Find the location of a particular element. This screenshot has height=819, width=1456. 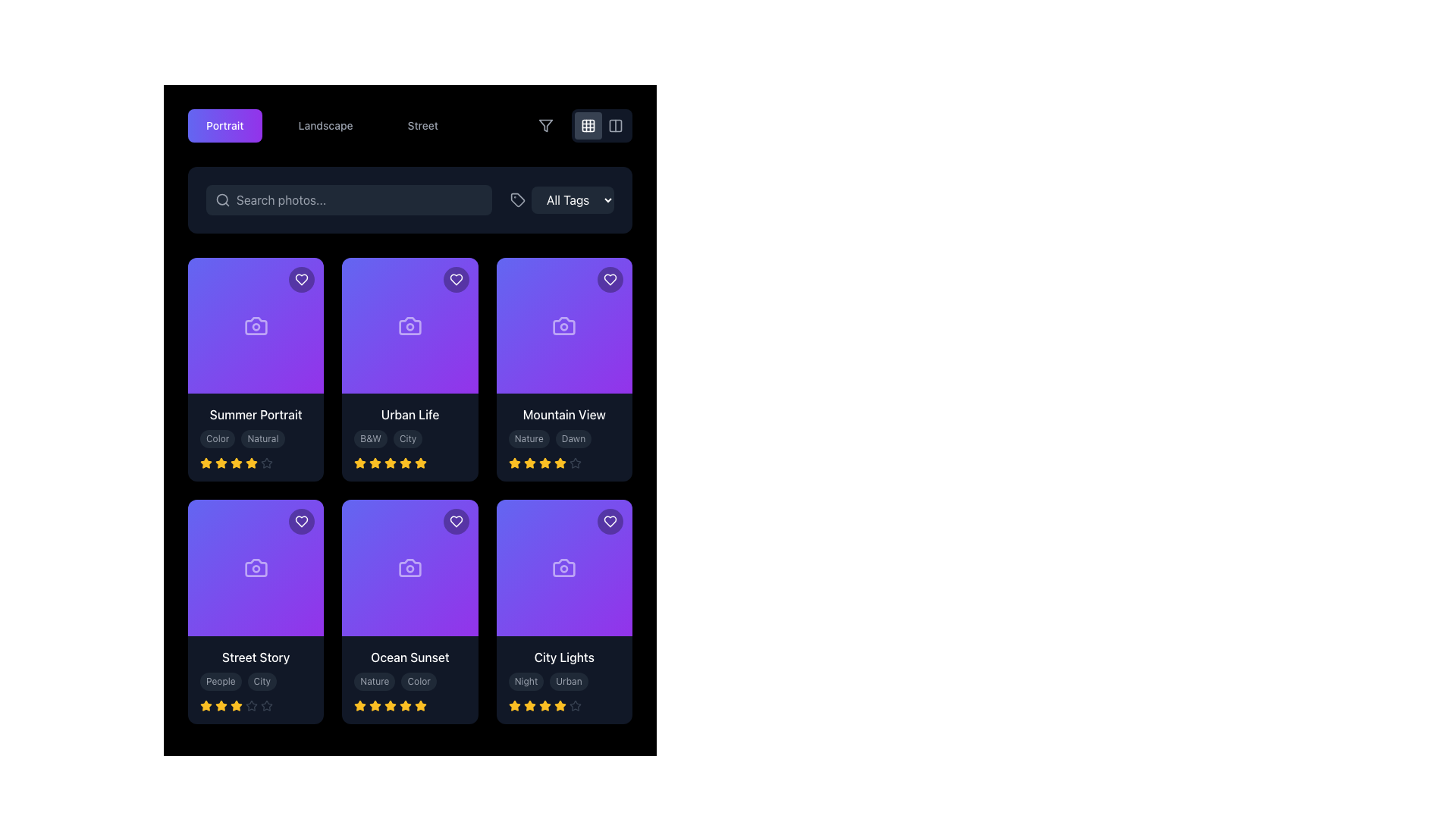

the third star in the five-star rating system for the 'Mountain View' item is located at coordinates (514, 463).